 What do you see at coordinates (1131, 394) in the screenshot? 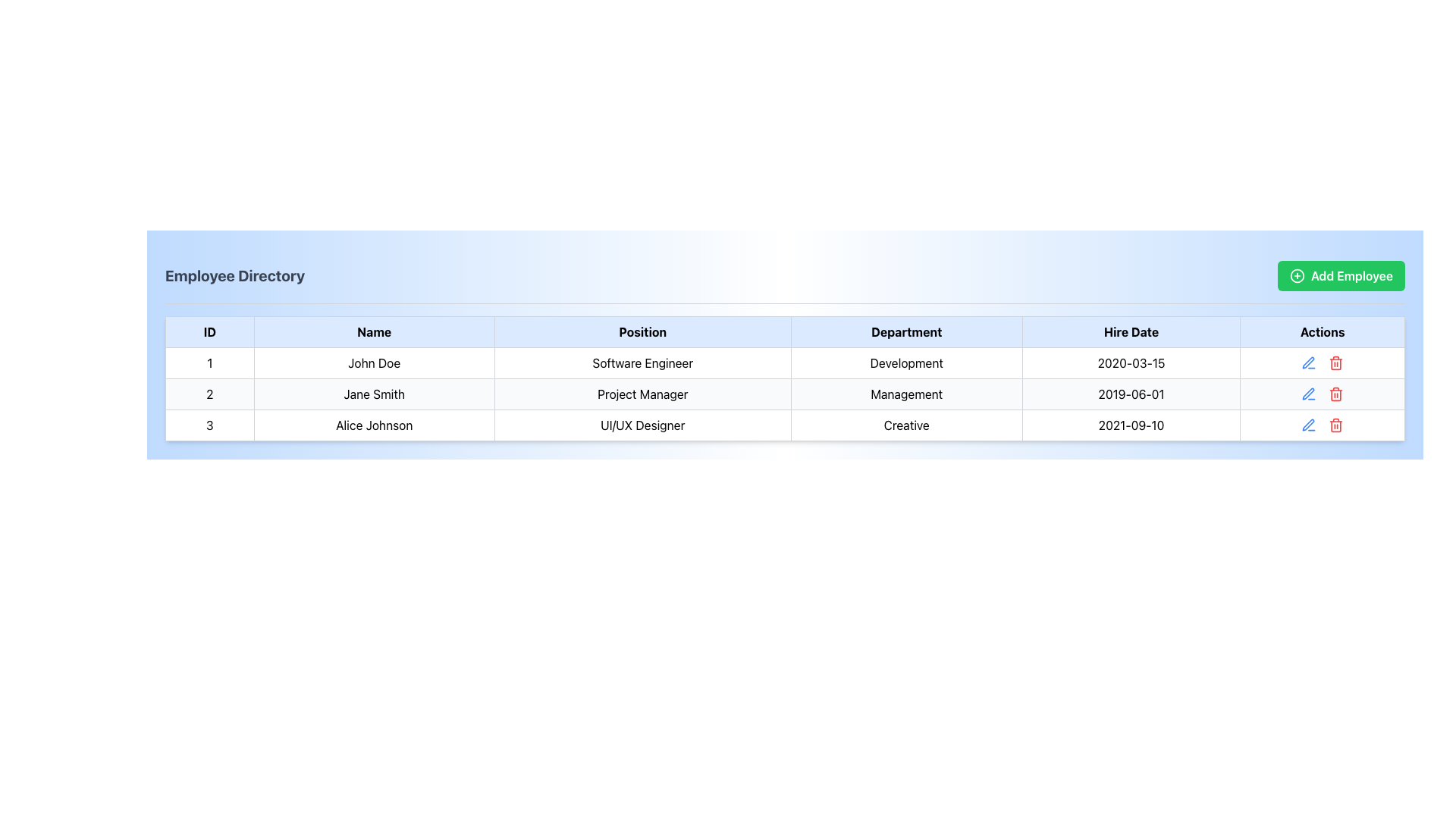
I see `the Text Display cell showing the date '2019-06-01' located in the fifth column of the second row under the 'Hire Date' column` at bounding box center [1131, 394].